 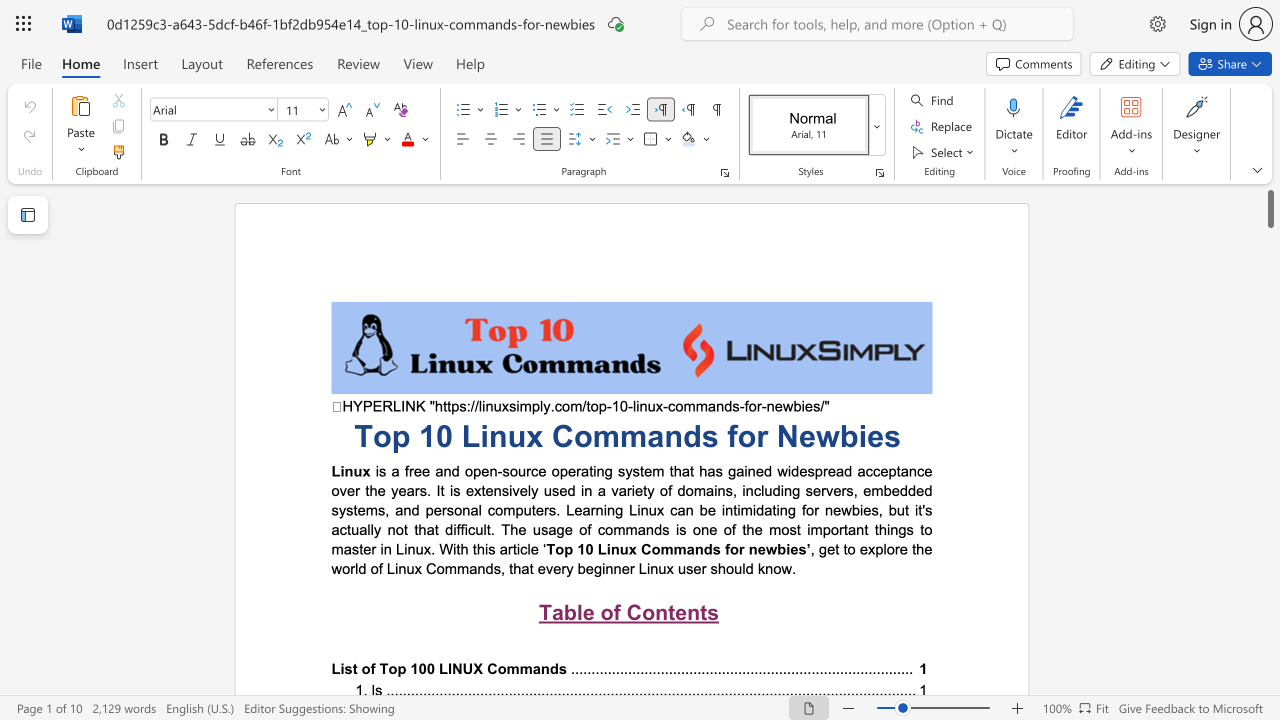 I want to click on the subset text "cl" within the text "is one of the most important things to master in Linux. With this article ‘", so click(x=520, y=549).